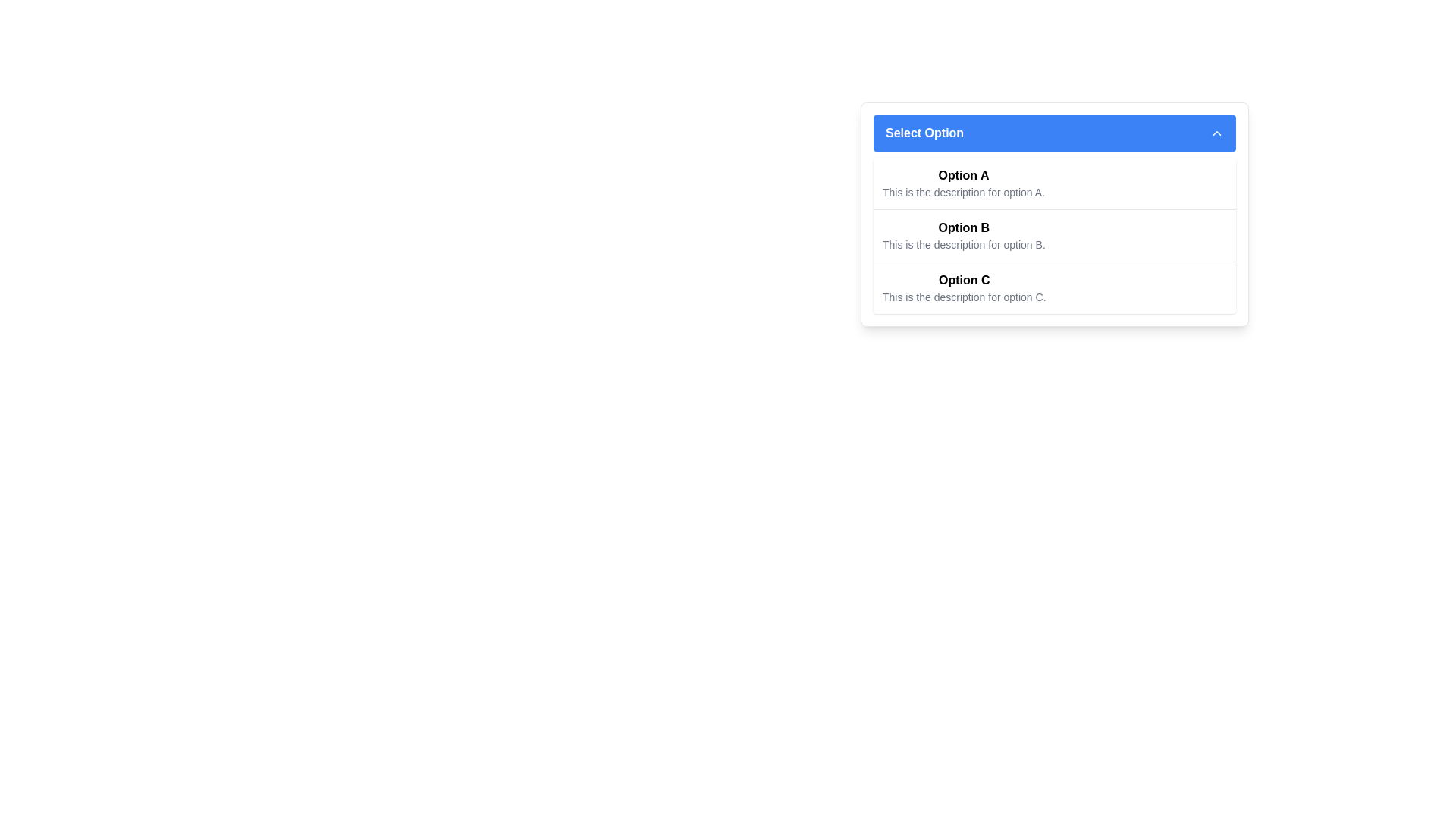 The width and height of the screenshot is (1456, 819). Describe the element at coordinates (963, 183) in the screenshot. I see `the first option labeled 'Option A' in the dropdown menu below the blue header stating 'Select Option'` at that location.